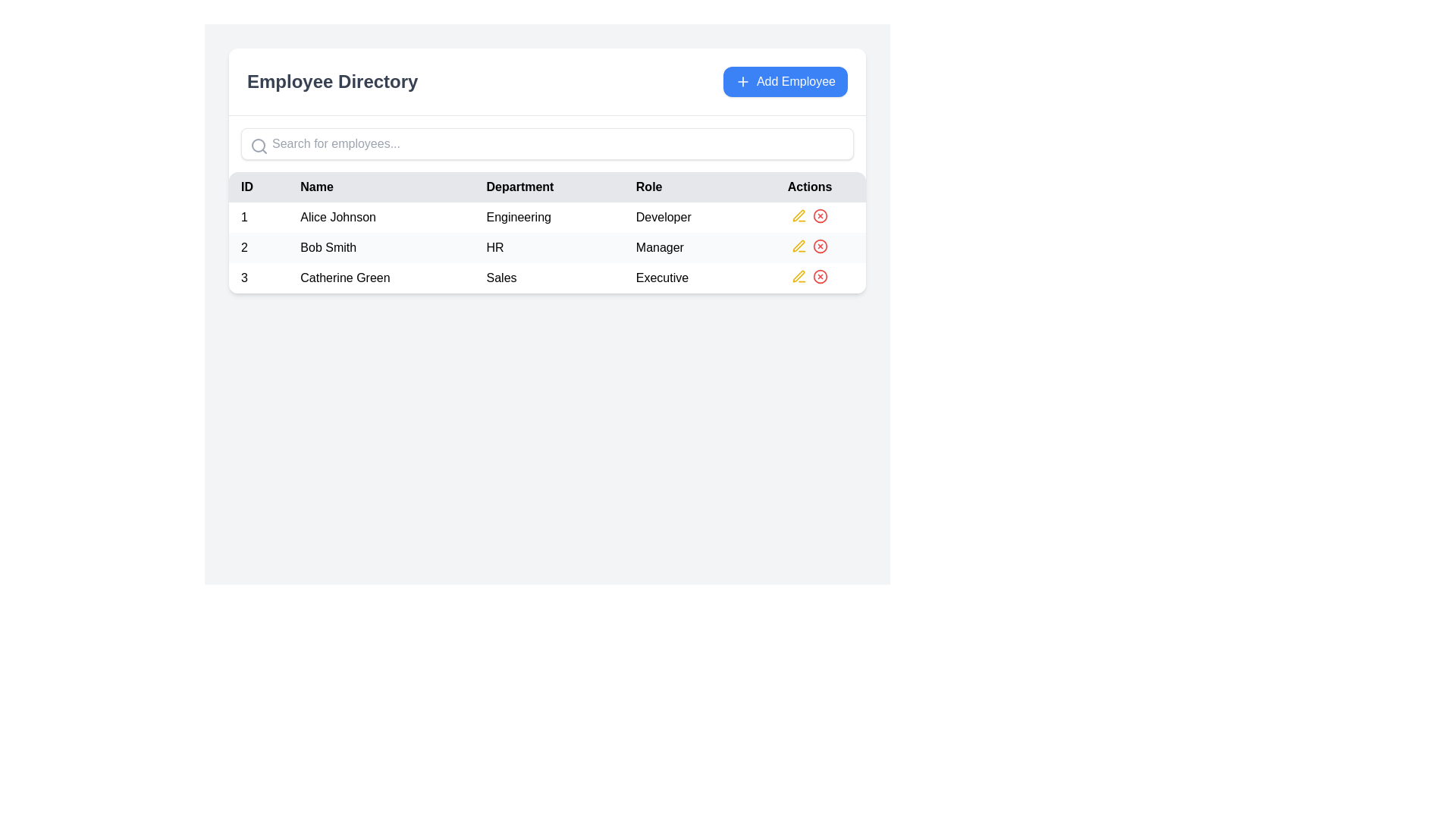  What do you see at coordinates (548, 186) in the screenshot?
I see `the table header labeled 'Department', which is the third header cell in the grid header row of the data table` at bounding box center [548, 186].